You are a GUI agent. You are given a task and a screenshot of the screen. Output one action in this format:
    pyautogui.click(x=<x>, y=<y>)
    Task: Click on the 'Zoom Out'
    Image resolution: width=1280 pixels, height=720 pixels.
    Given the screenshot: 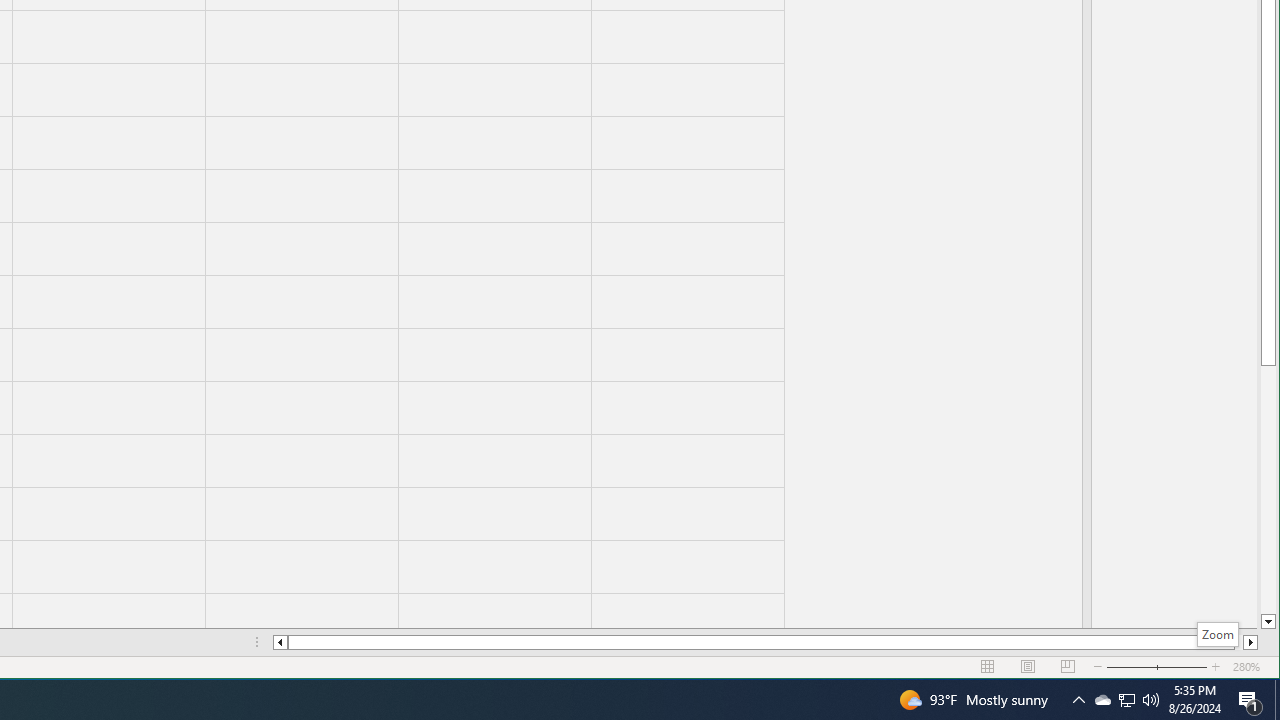 What is the action you would take?
    pyautogui.click(x=1144, y=667)
    